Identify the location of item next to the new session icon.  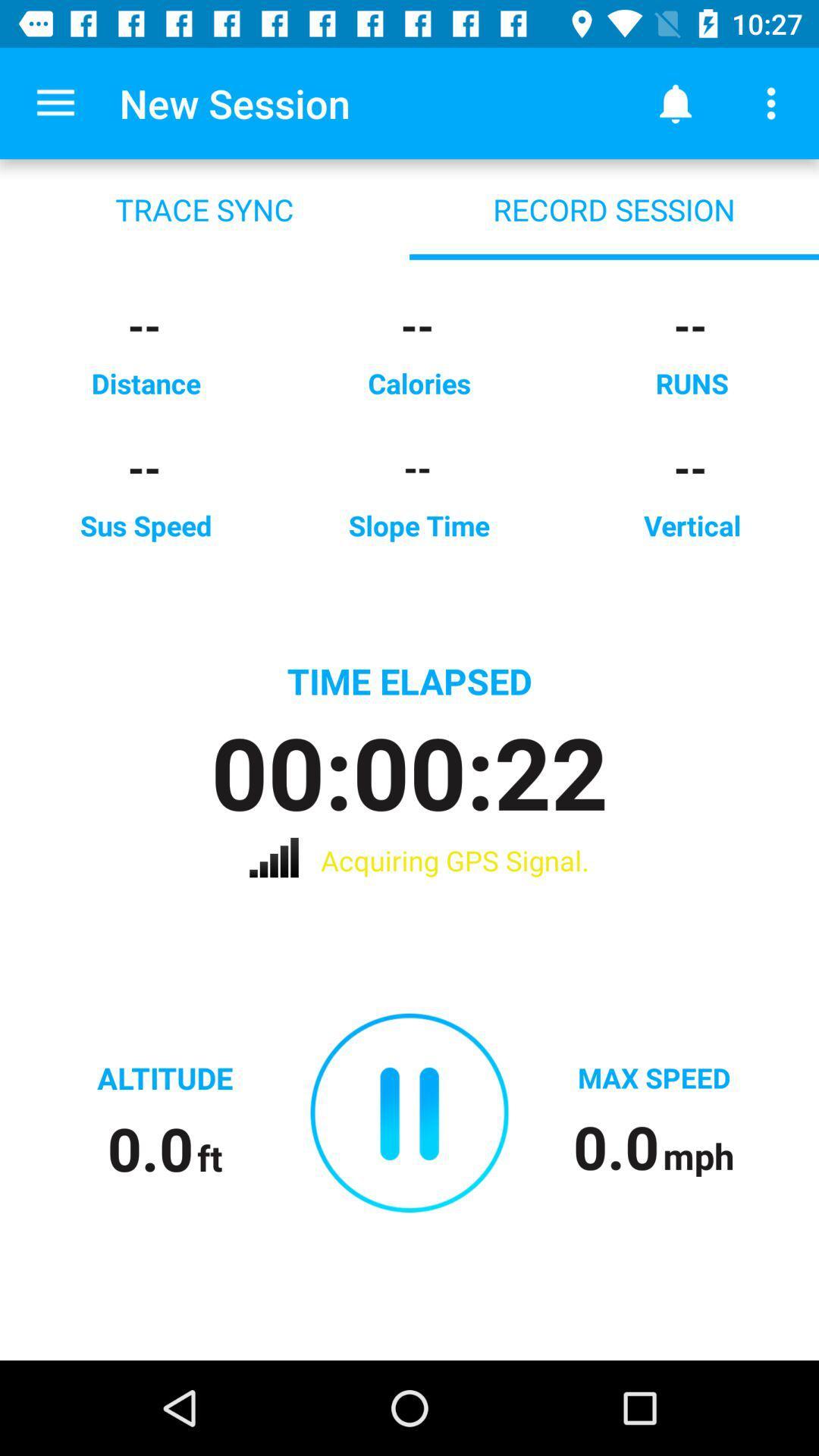
(55, 102).